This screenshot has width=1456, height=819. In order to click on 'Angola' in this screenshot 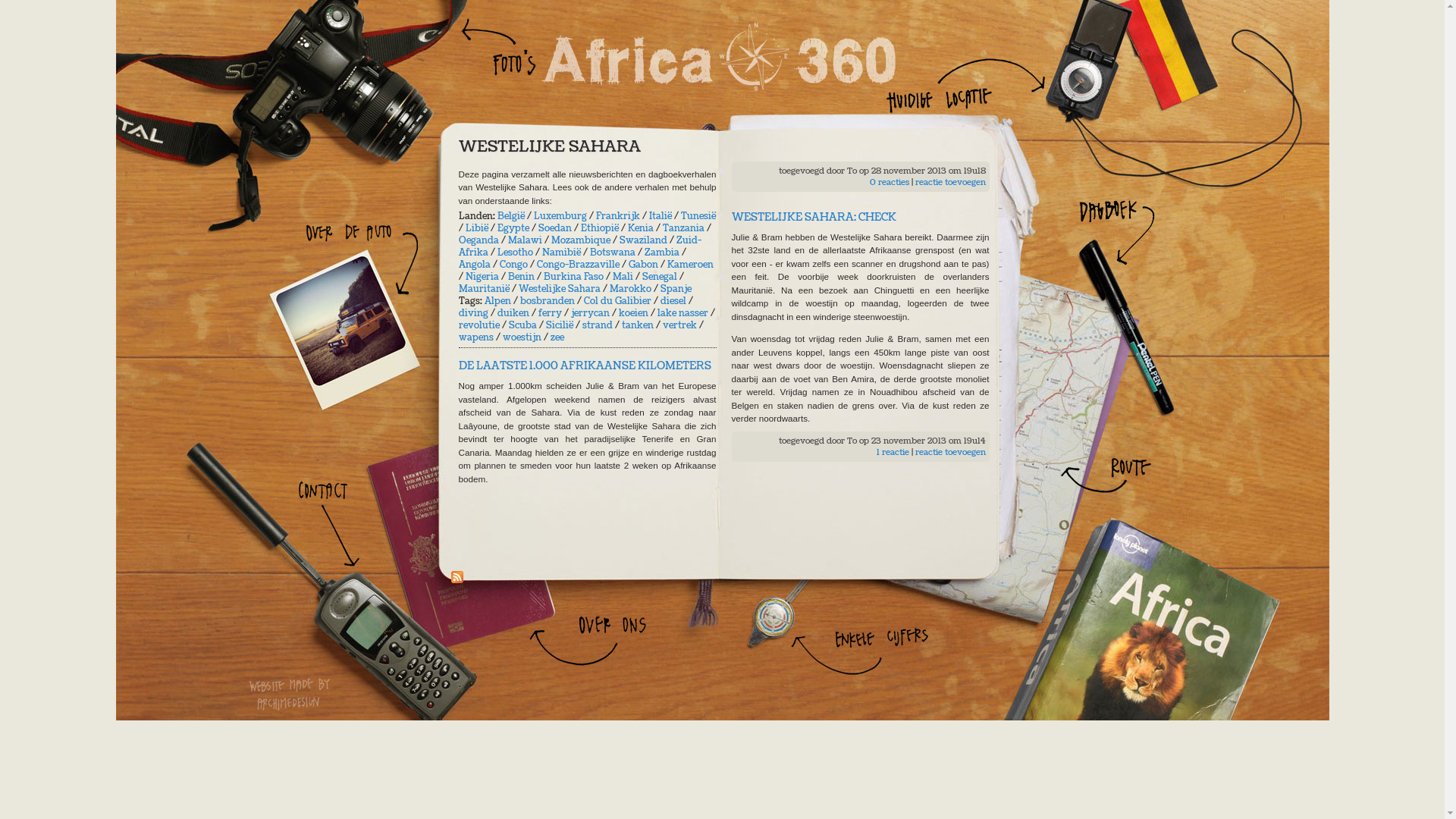, I will do `click(457, 263)`.